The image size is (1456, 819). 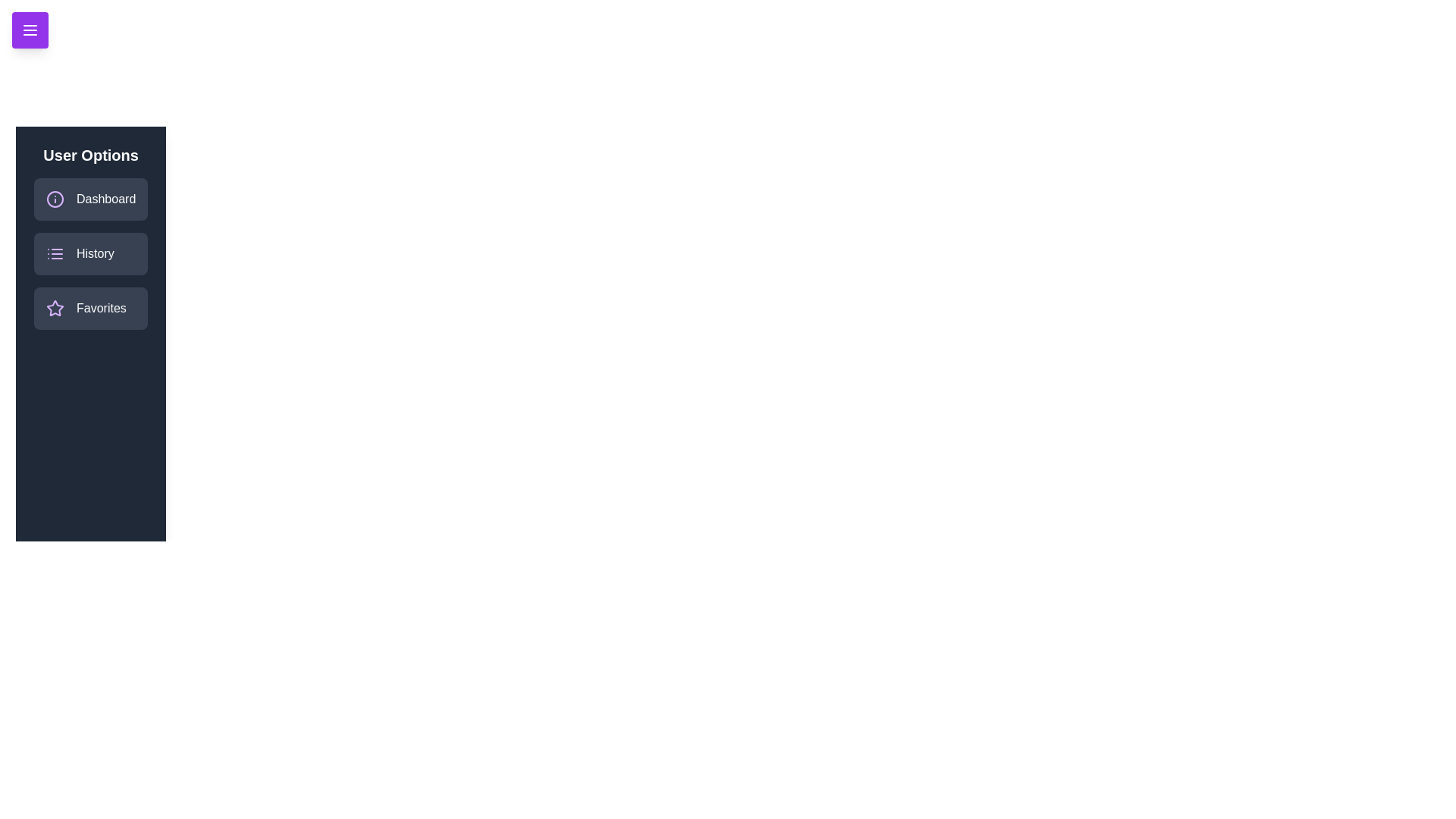 What do you see at coordinates (90, 198) in the screenshot?
I see `the 'Dashboard' menu option` at bounding box center [90, 198].